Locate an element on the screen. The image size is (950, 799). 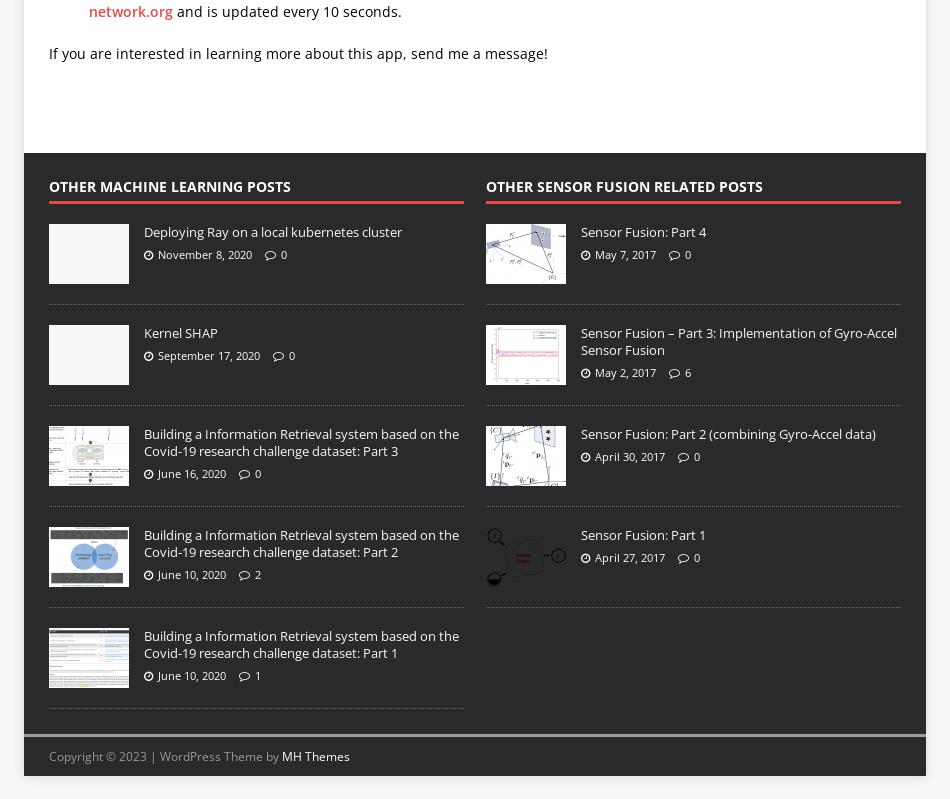
'Sensor Fusion: Part 1' is located at coordinates (642, 534).